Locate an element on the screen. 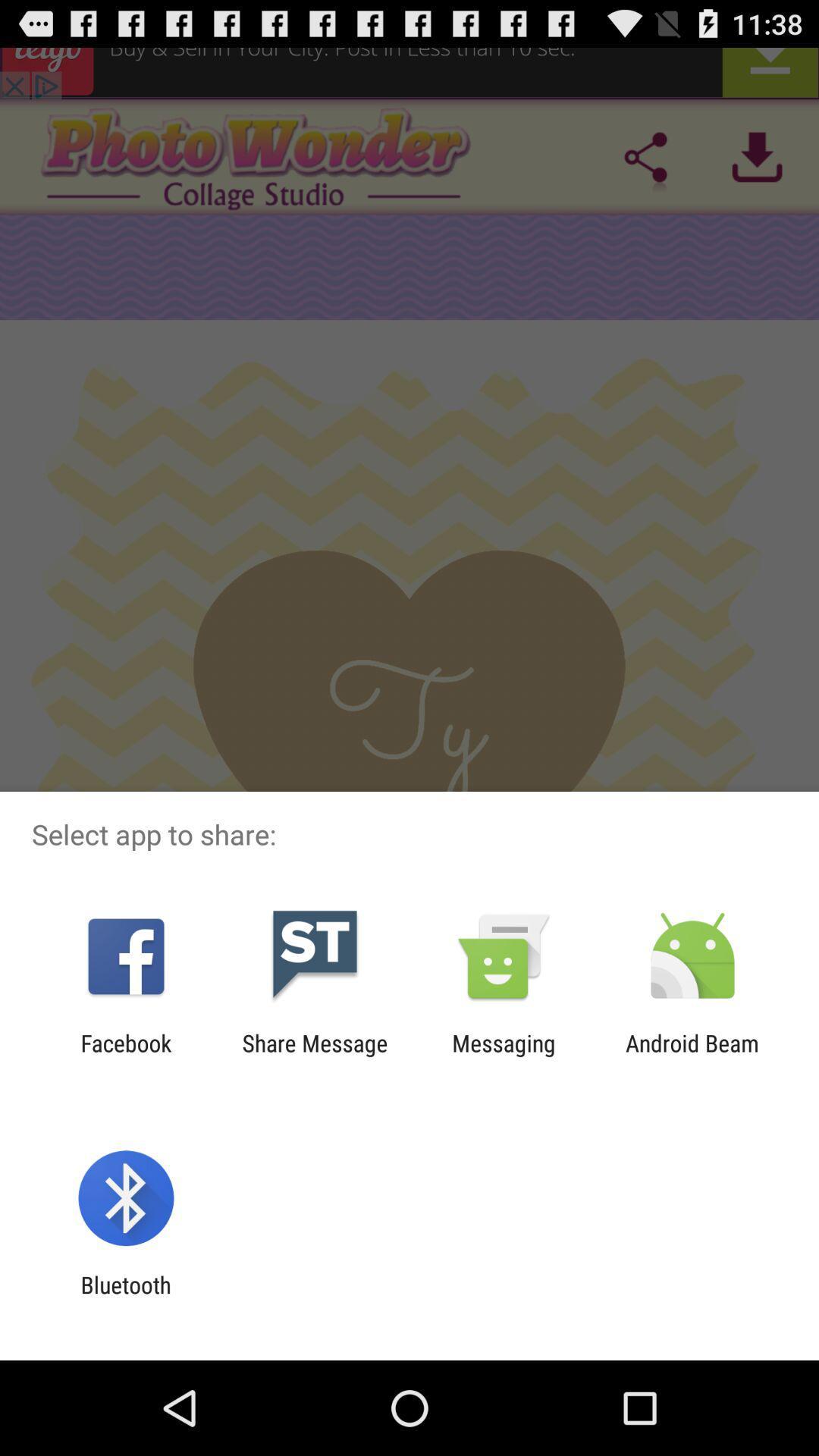 The height and width of the screenshot is (1456, 819). the facebook app is located at coordinates (125, 1056).